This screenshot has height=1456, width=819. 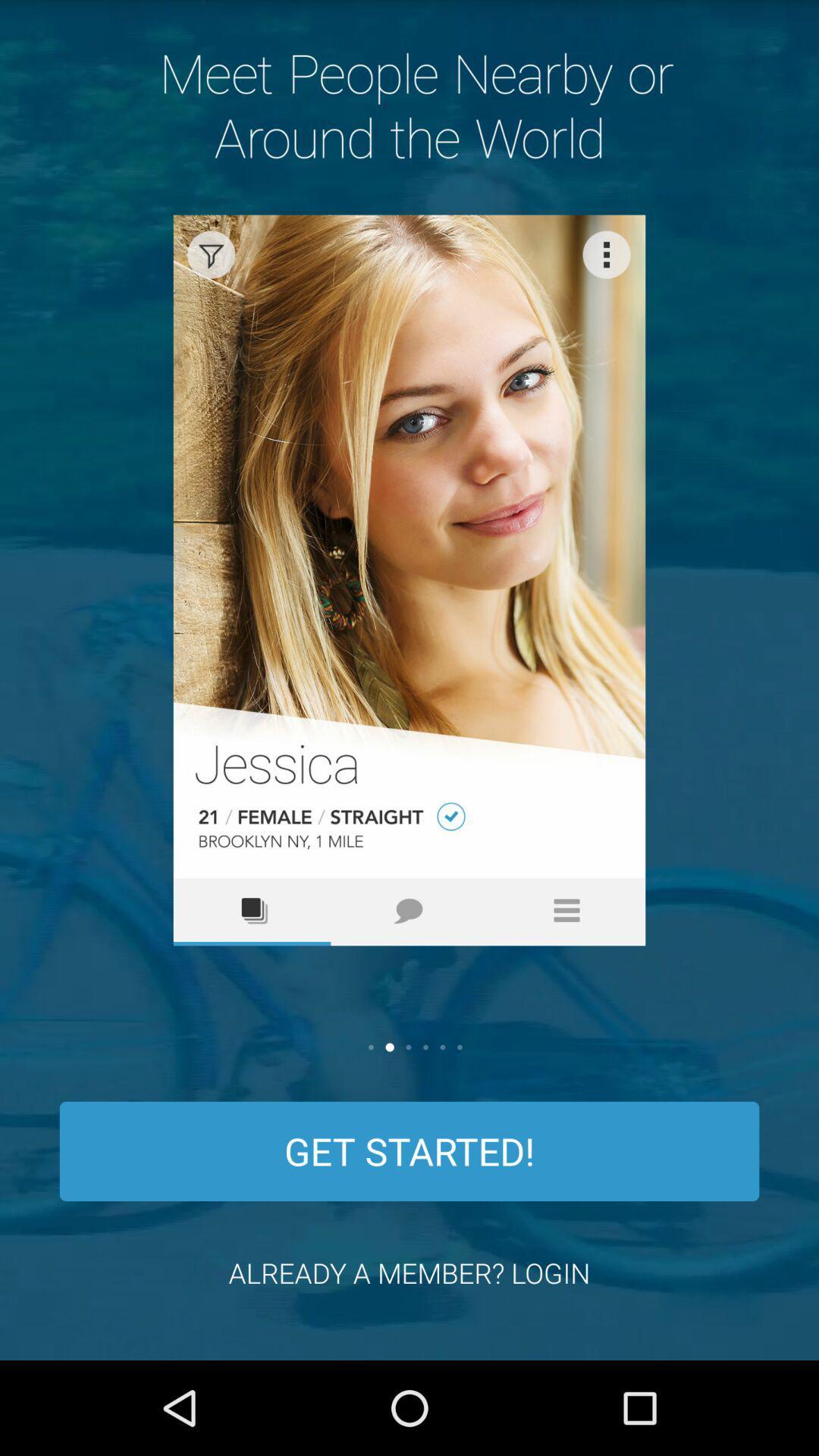 I want to click on already a member button, so click(x=409, y=1272).